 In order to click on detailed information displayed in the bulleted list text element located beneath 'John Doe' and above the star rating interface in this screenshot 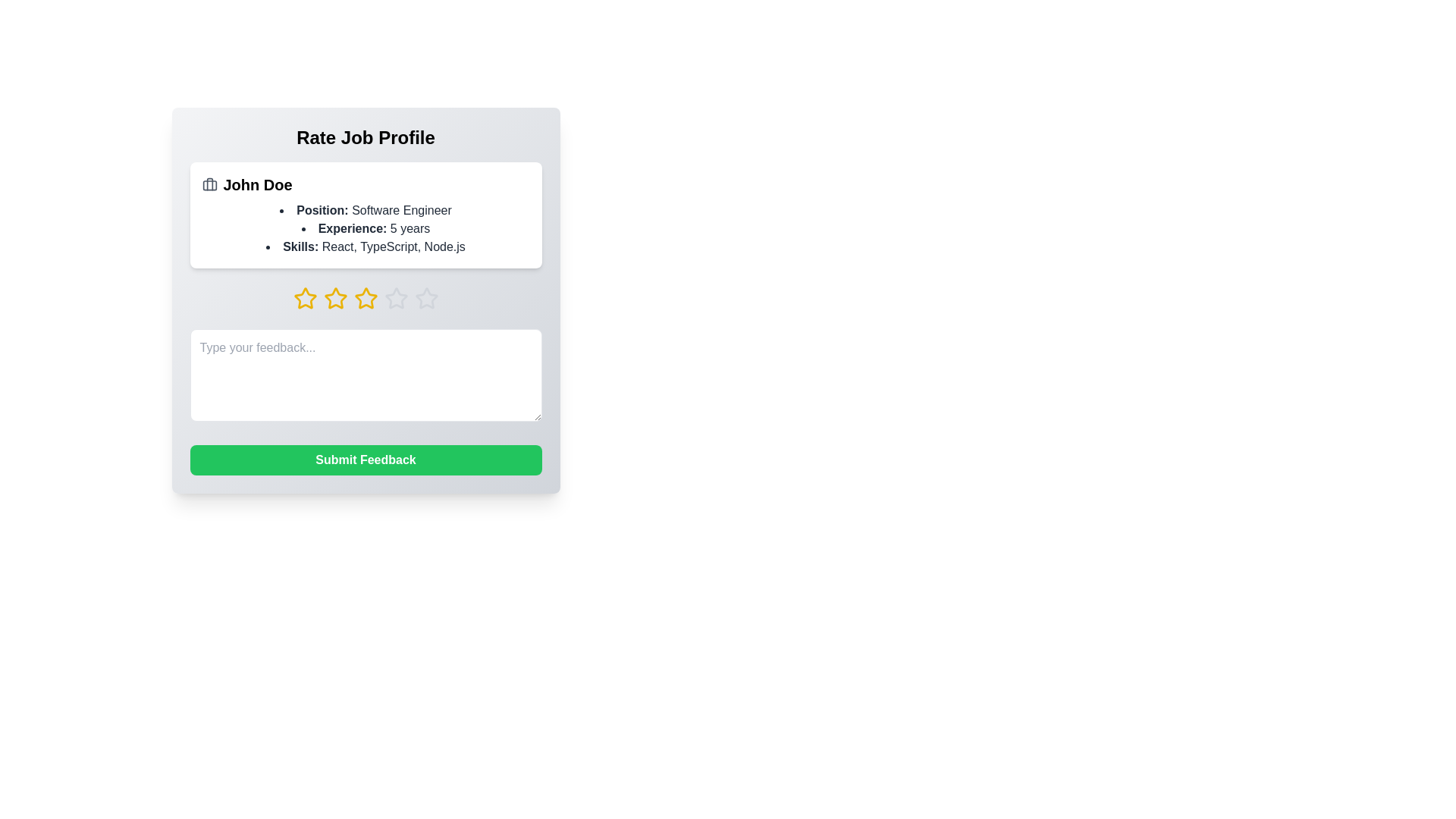, I will do `click(366, 228)`.